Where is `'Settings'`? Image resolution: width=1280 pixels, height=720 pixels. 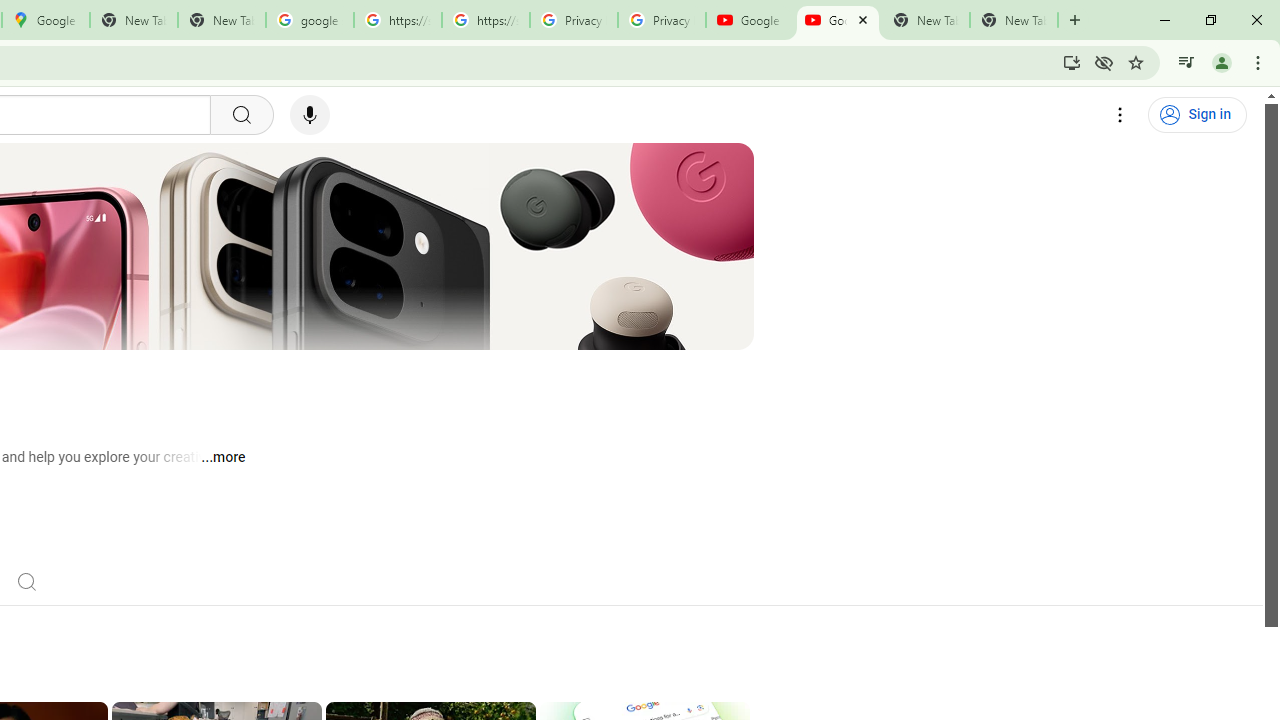 'Settings' is located at coordinates (1120, 115).